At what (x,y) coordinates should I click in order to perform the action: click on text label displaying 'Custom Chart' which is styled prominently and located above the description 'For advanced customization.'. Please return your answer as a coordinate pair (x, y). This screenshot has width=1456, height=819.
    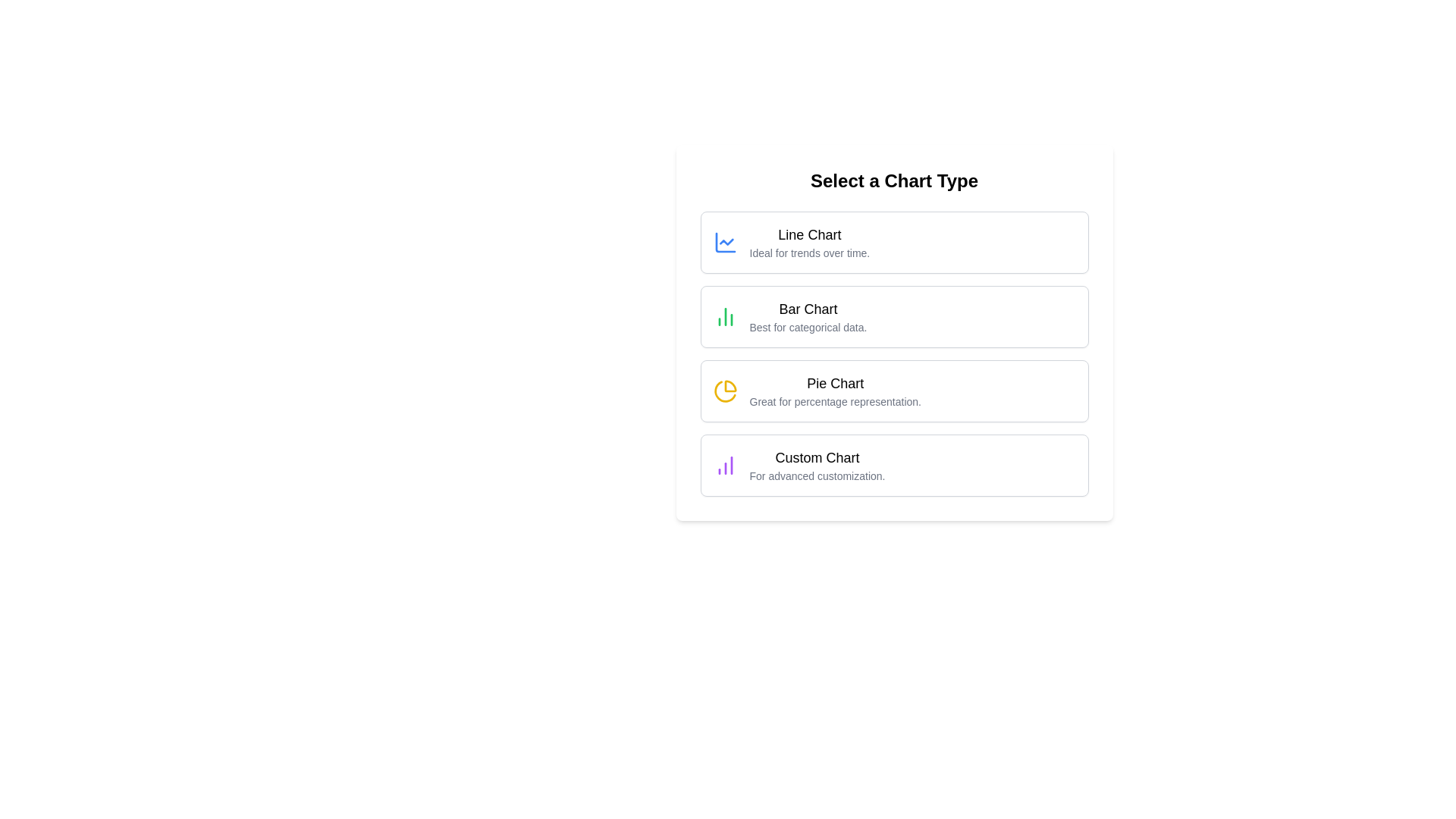
    Looking at the image, I should click on (817, 457).